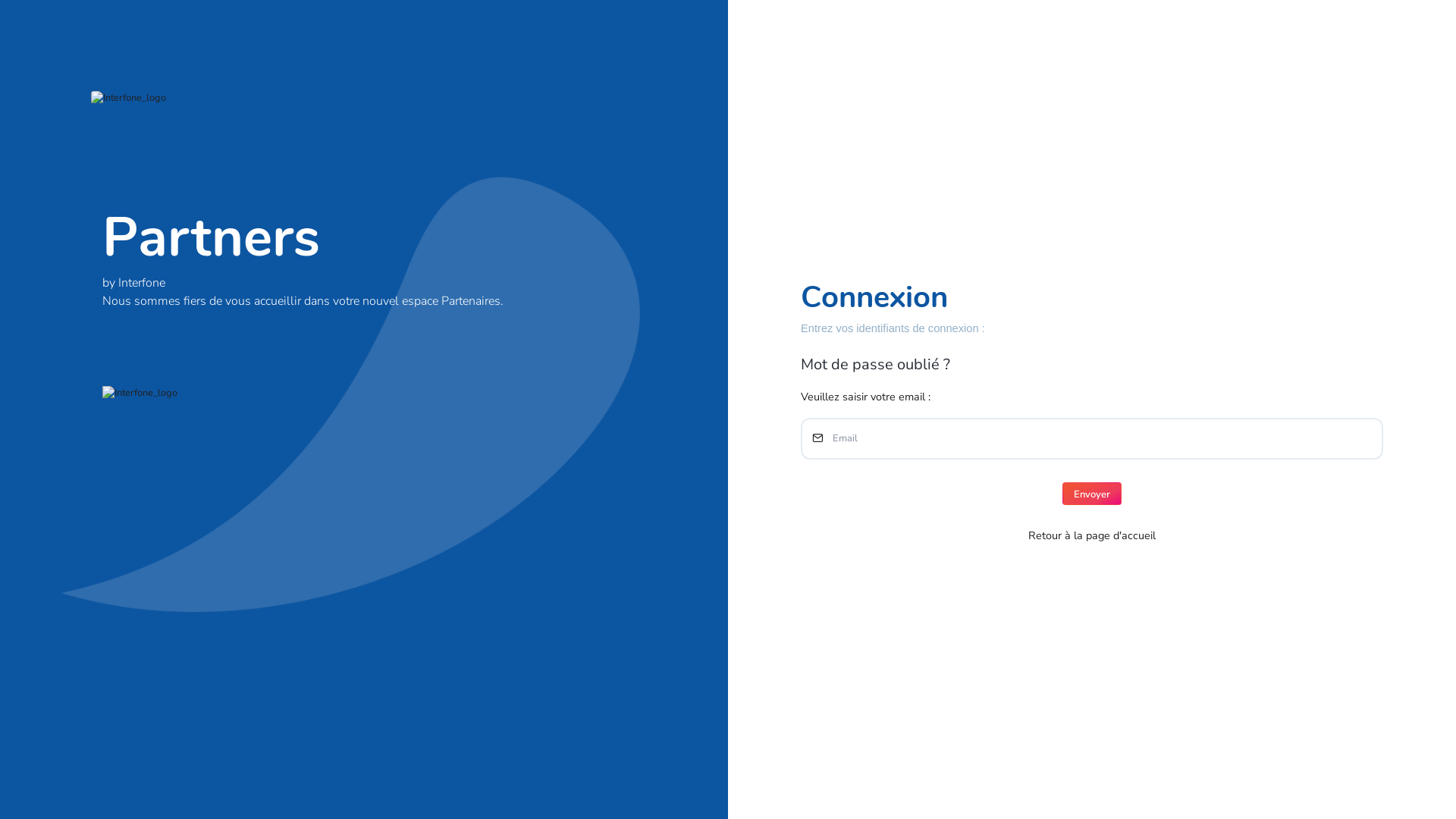 This screenshot has height=819, width=1456. What do you see at coordinates (1062, 494) in the screenshot?
I see `'Envoyer'` at bounding box center [1062, 494].